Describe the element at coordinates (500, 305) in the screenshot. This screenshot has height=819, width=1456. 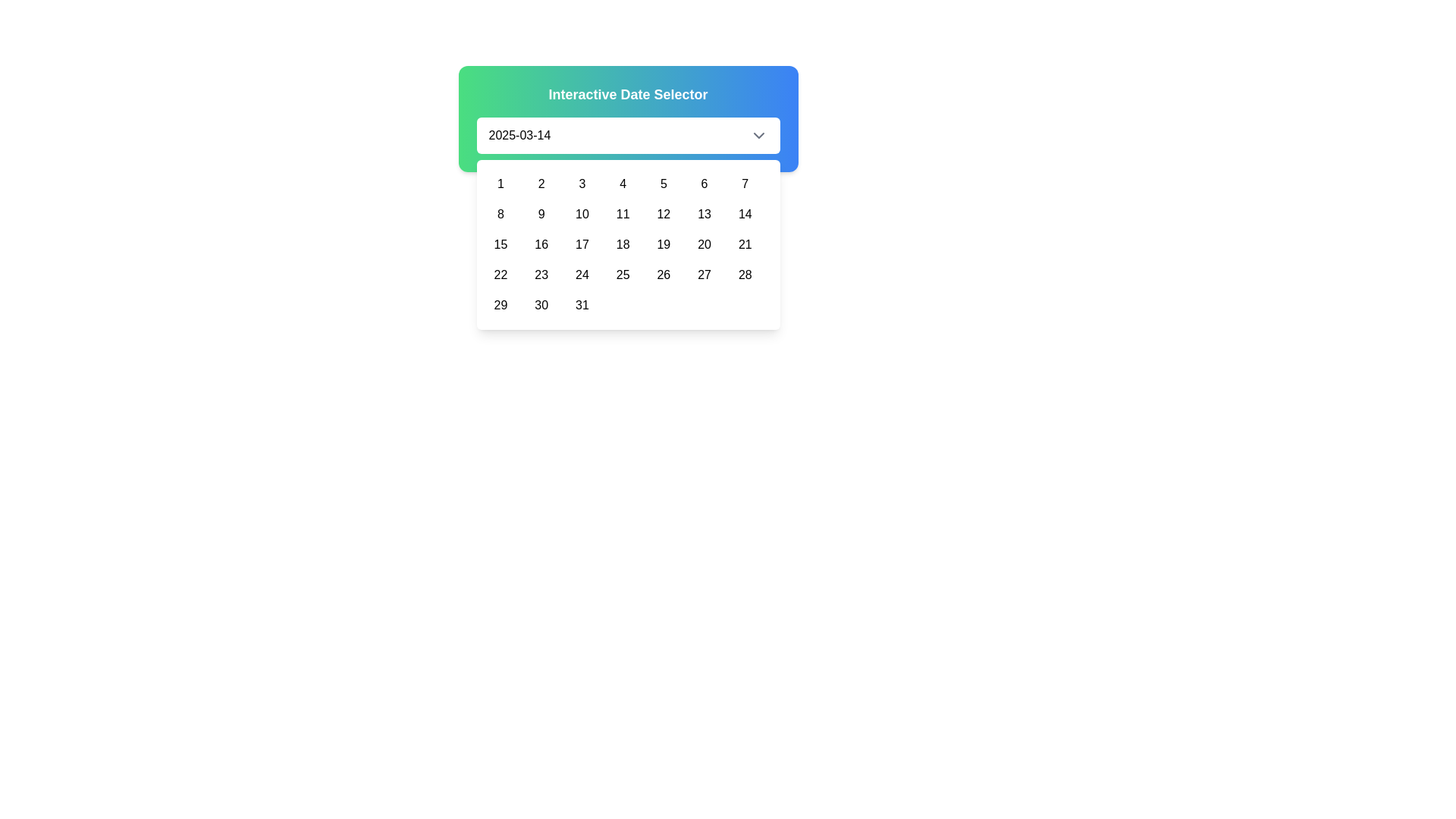
I see `the square-shaped button with rounded appearance that contains the text '29', located in the first column of the last row in the date grid of the calendar` at that location.